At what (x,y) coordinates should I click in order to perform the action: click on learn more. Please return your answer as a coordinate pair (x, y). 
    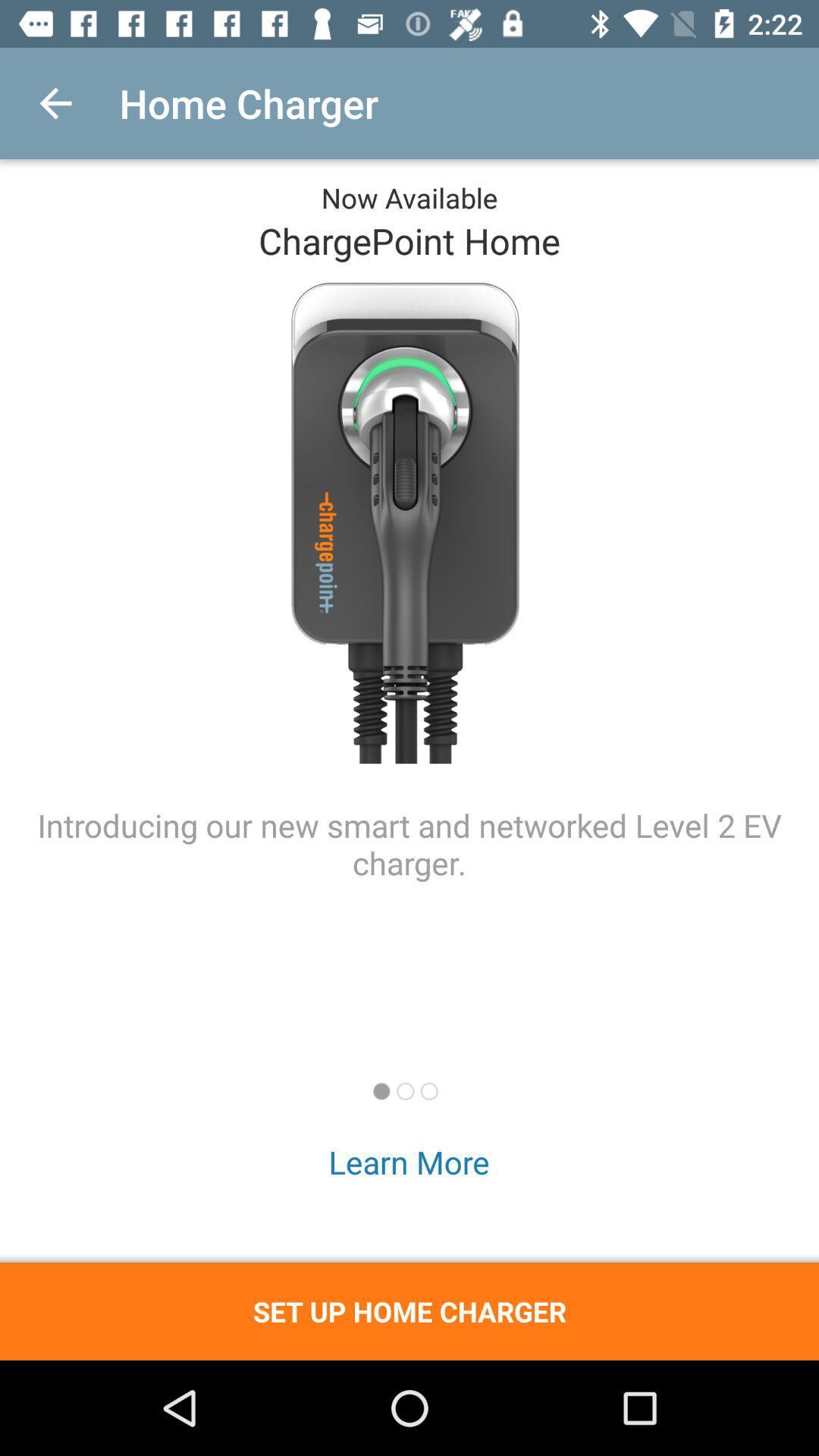
    Looking at the image, I should click on (408, 1161).